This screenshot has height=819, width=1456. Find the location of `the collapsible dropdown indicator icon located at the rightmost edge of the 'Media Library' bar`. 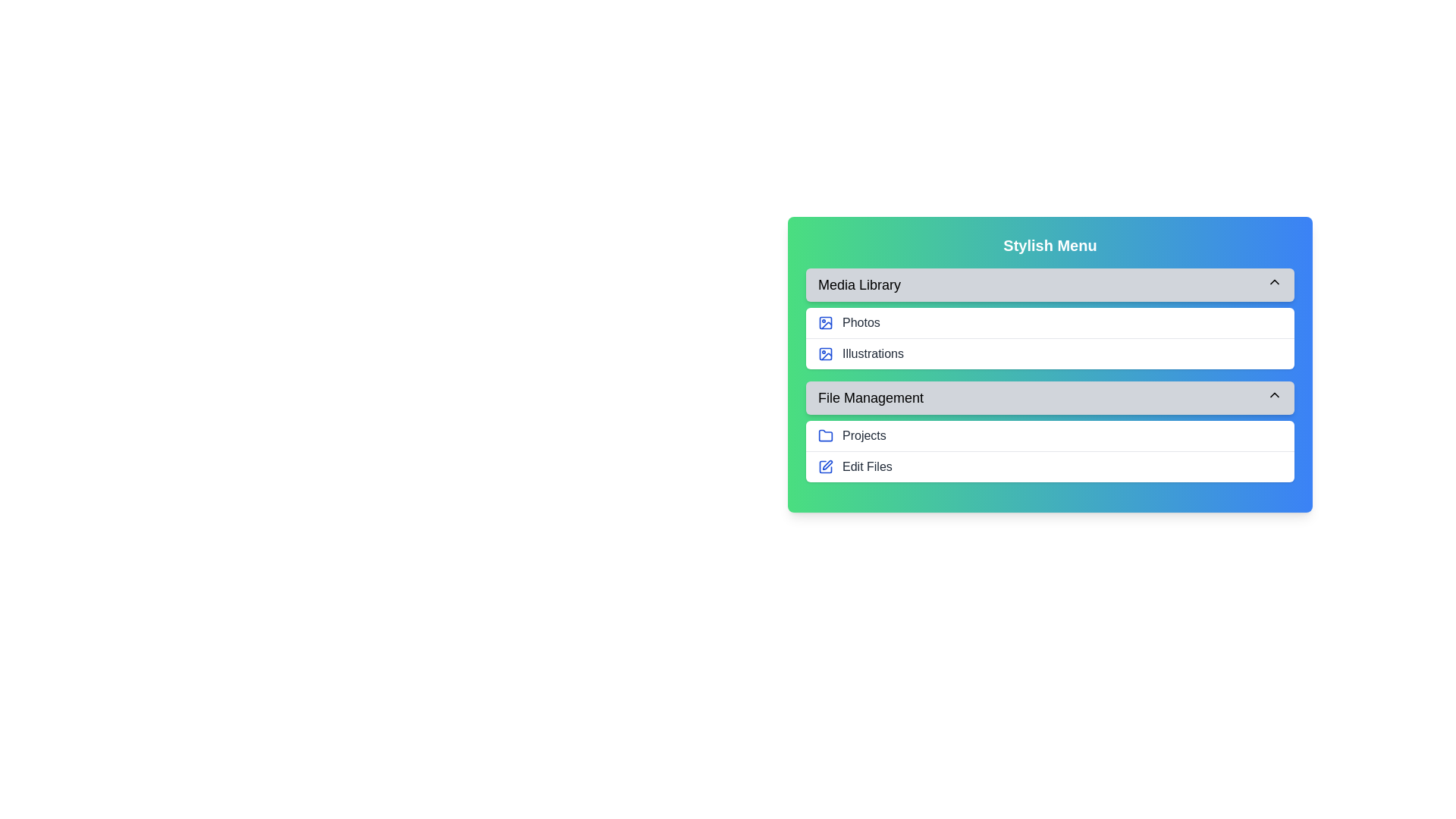

the collapsible dropdown indicator icon located at the rightmost edge of the 'Media Library' bar is located at coordinates (1274, 281).